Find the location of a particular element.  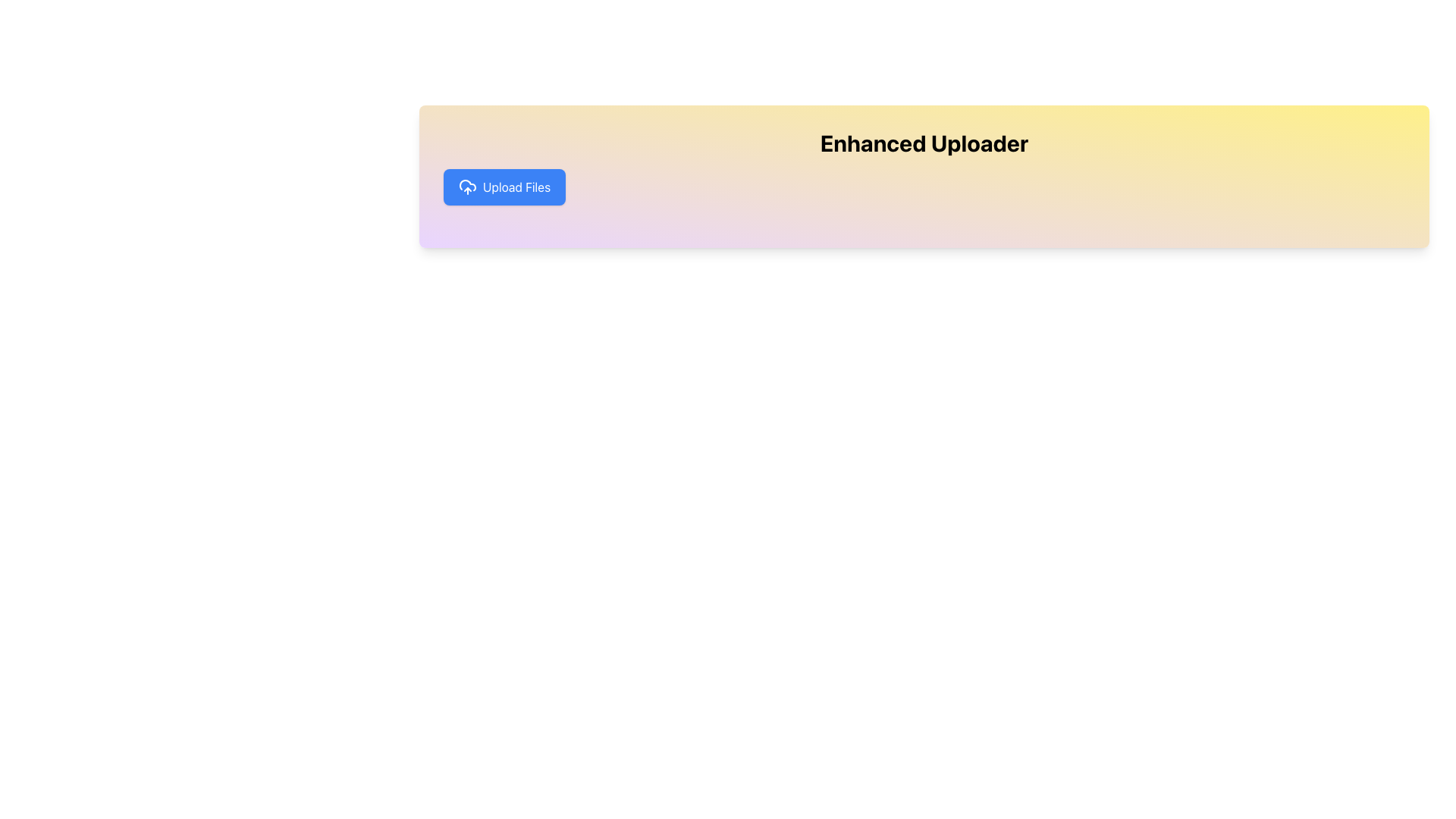

the cloud icon with an upward arrow, which is part of the 'Upload Files' button located on the top left of the interface is located at coordinates (467, 186).